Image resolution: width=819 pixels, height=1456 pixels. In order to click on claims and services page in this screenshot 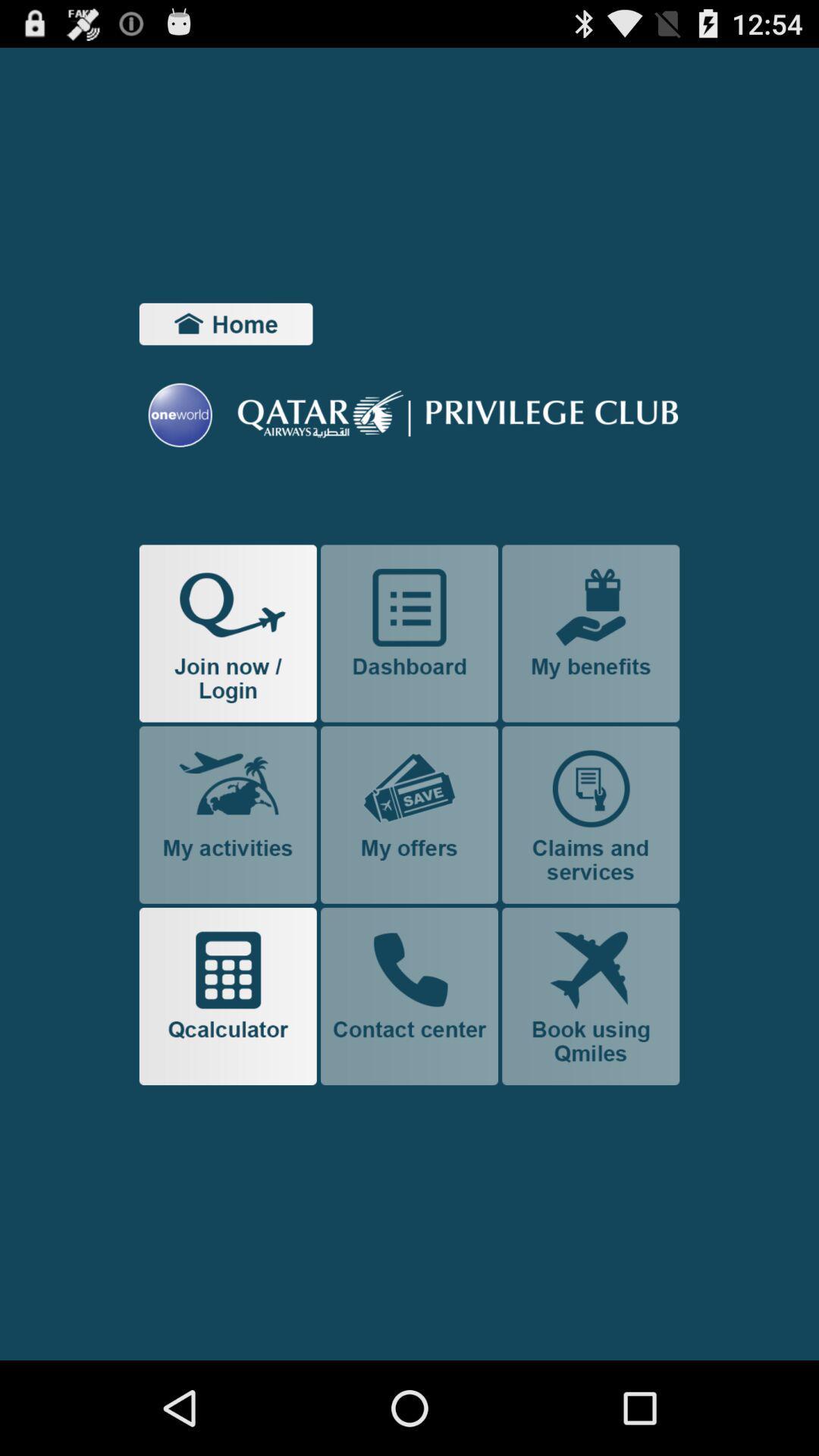, I will do `click(590, 814)`.